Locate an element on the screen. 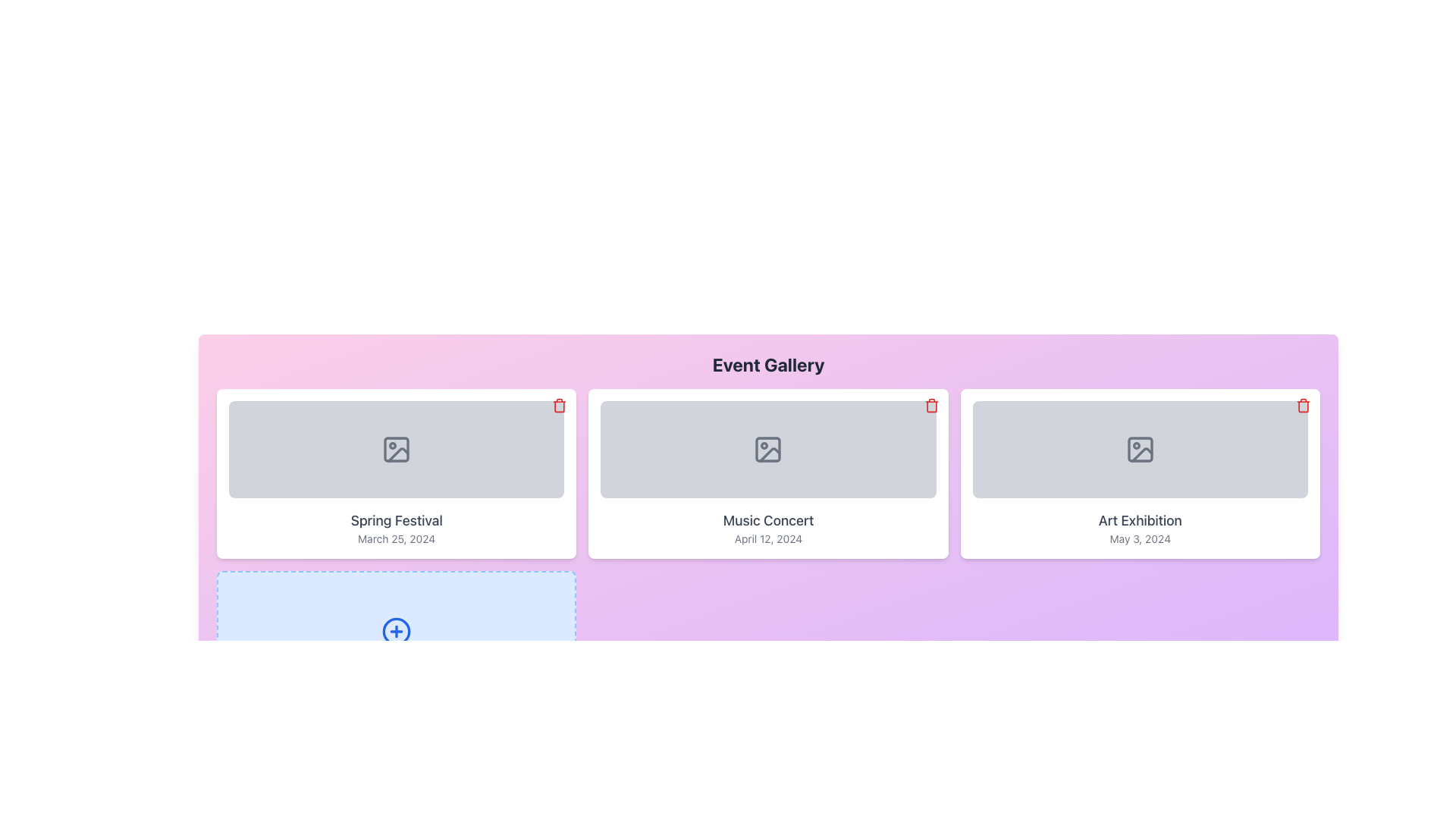 Image resolution: width=1456 pixels, height=819 pixels. the central rectangular part of the trash bin icon located in the top-right corner of the 'Music Concert, April 12, 2024' card to initiate the deletion action is located at coordinates (930, 406).